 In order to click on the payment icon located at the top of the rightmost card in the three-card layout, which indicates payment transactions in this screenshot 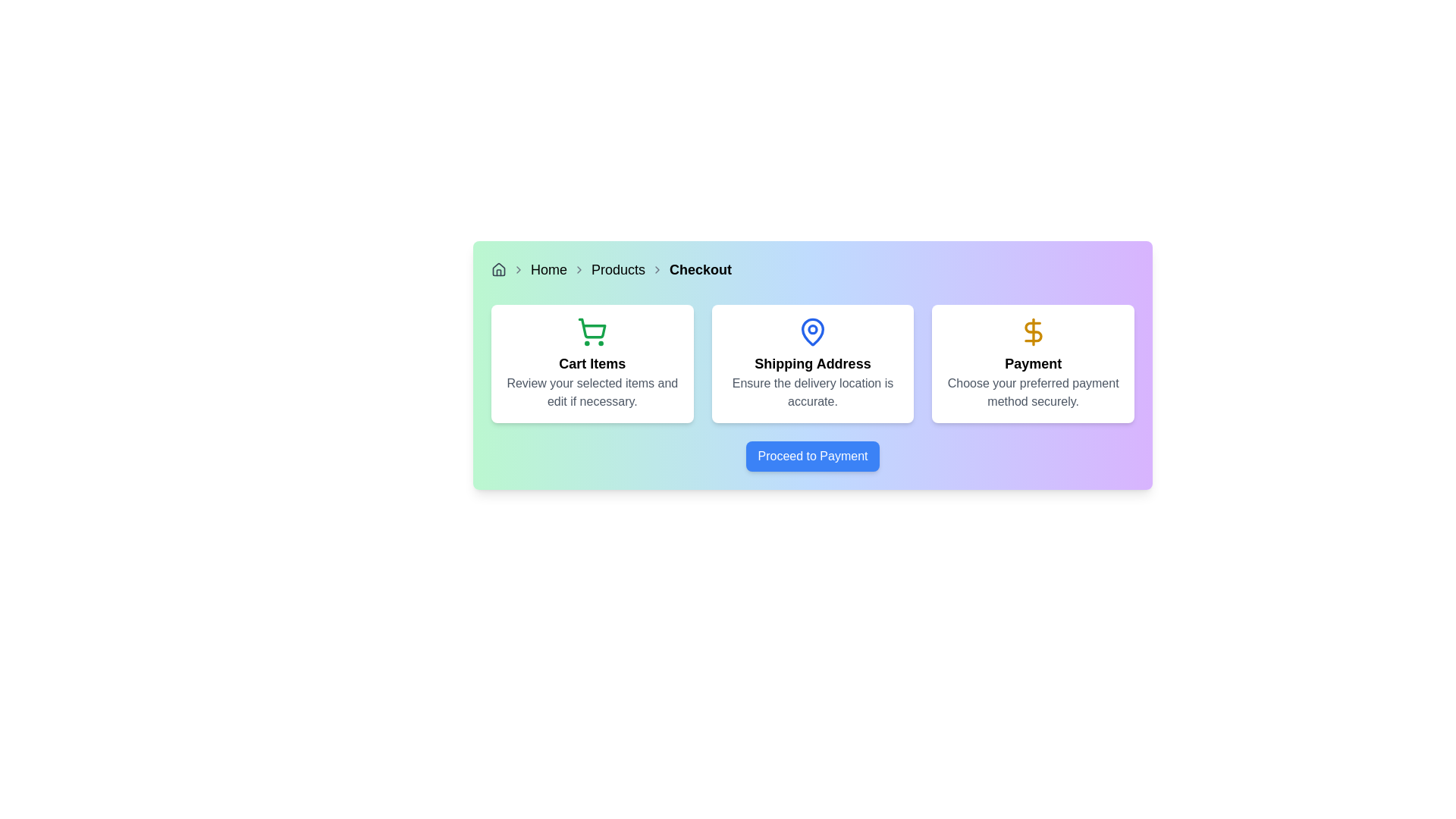, I will do `click(1032, 331)`.